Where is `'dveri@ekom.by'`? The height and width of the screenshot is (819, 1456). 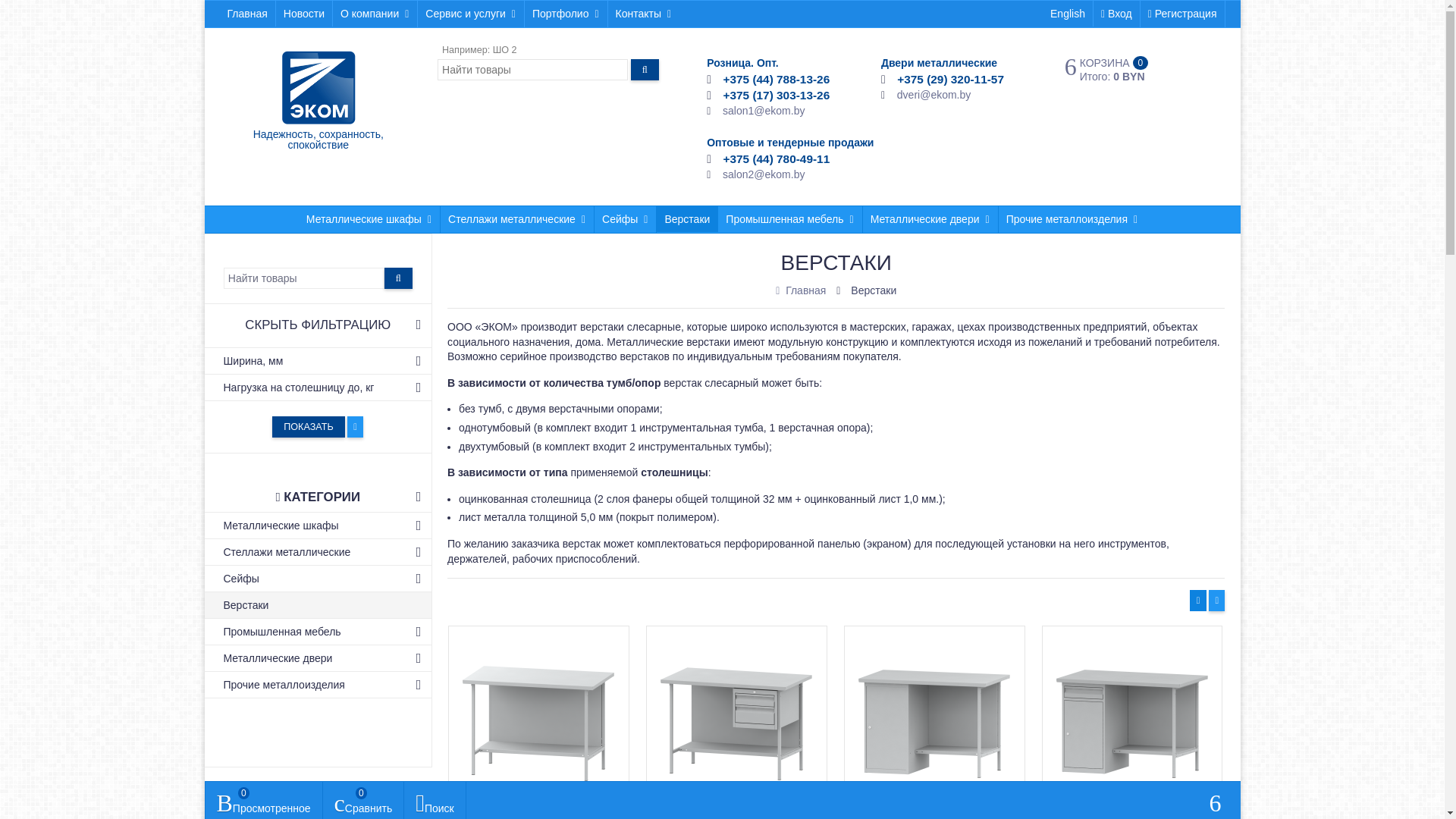
'dveri@ekom.by' is located at coordinates (896, 94).